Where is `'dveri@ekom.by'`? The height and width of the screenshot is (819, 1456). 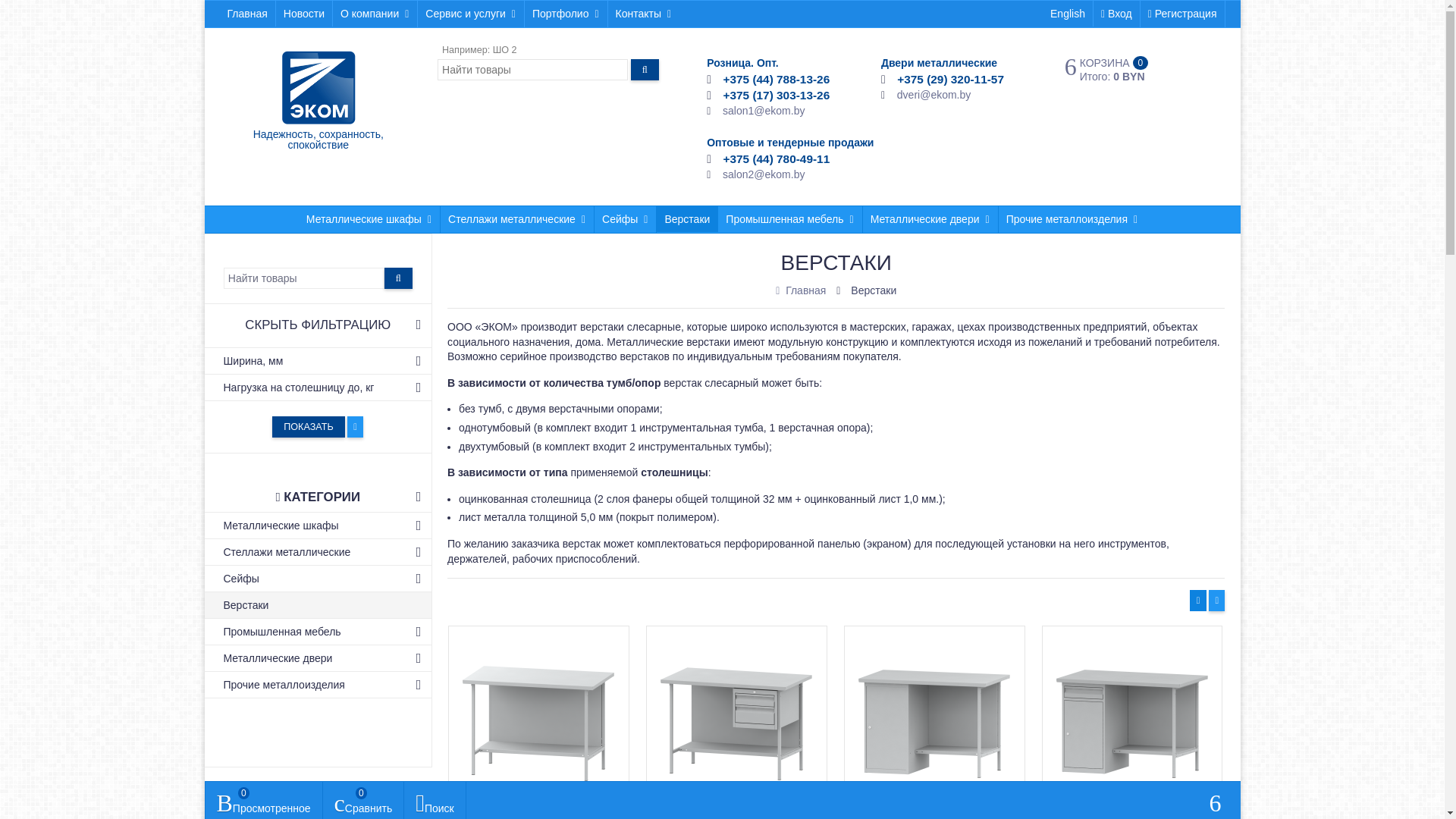
'dveri@ekom.by' is located at coordinates (896, 94).